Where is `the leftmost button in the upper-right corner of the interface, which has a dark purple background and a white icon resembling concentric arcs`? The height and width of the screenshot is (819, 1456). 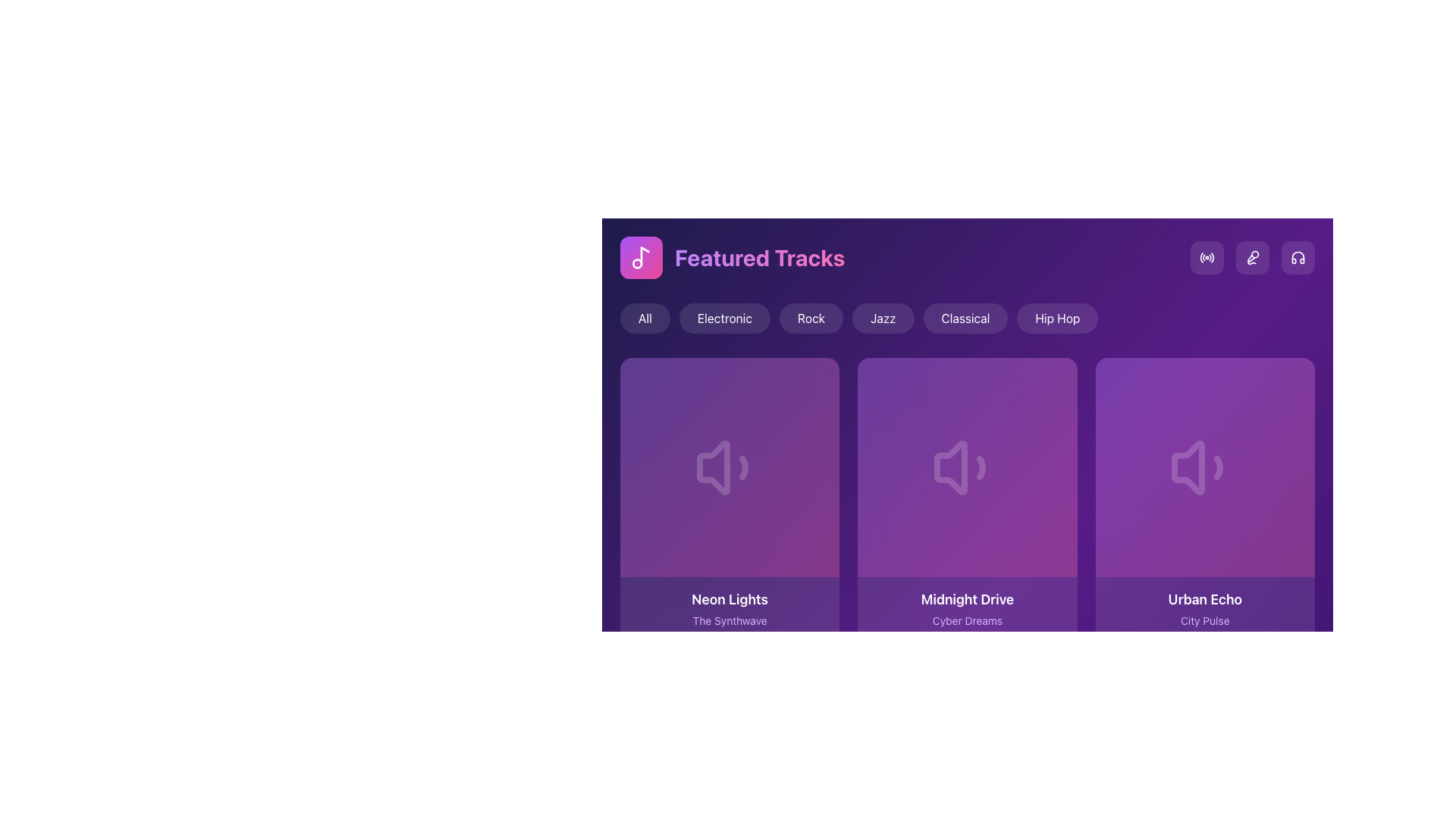 the leftmost button in the upper-right corner of the interface, which has a dark purple background and a white icon resembling concentric arcs is located at coordinates (1207, 256).